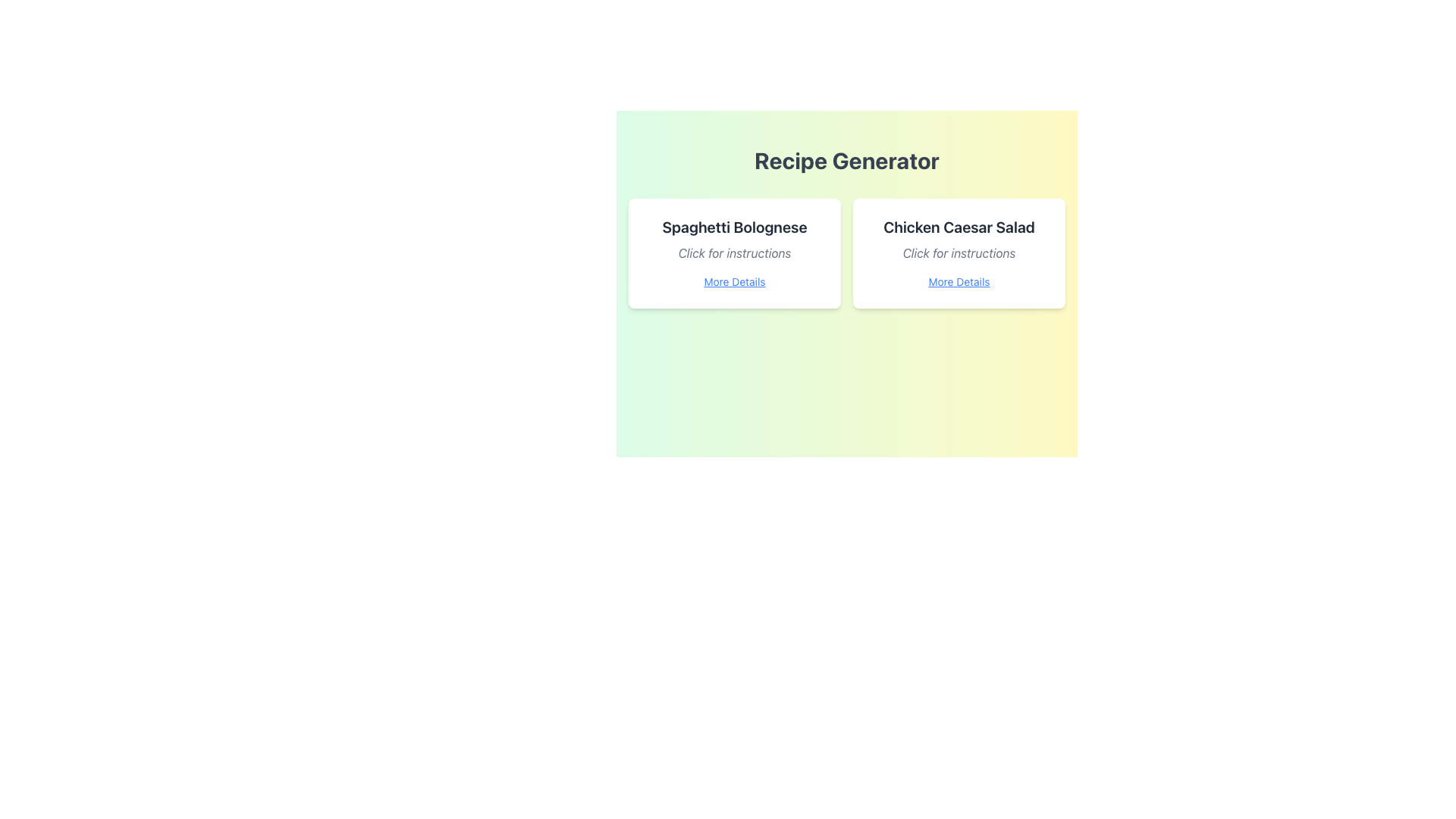  I want to click on the text snippet styled in italic and gray color displaying 'Click for instructions', which is located under the heading 'Chicken Caesar Salad' and above the link 'More Details', so click(959, 253).